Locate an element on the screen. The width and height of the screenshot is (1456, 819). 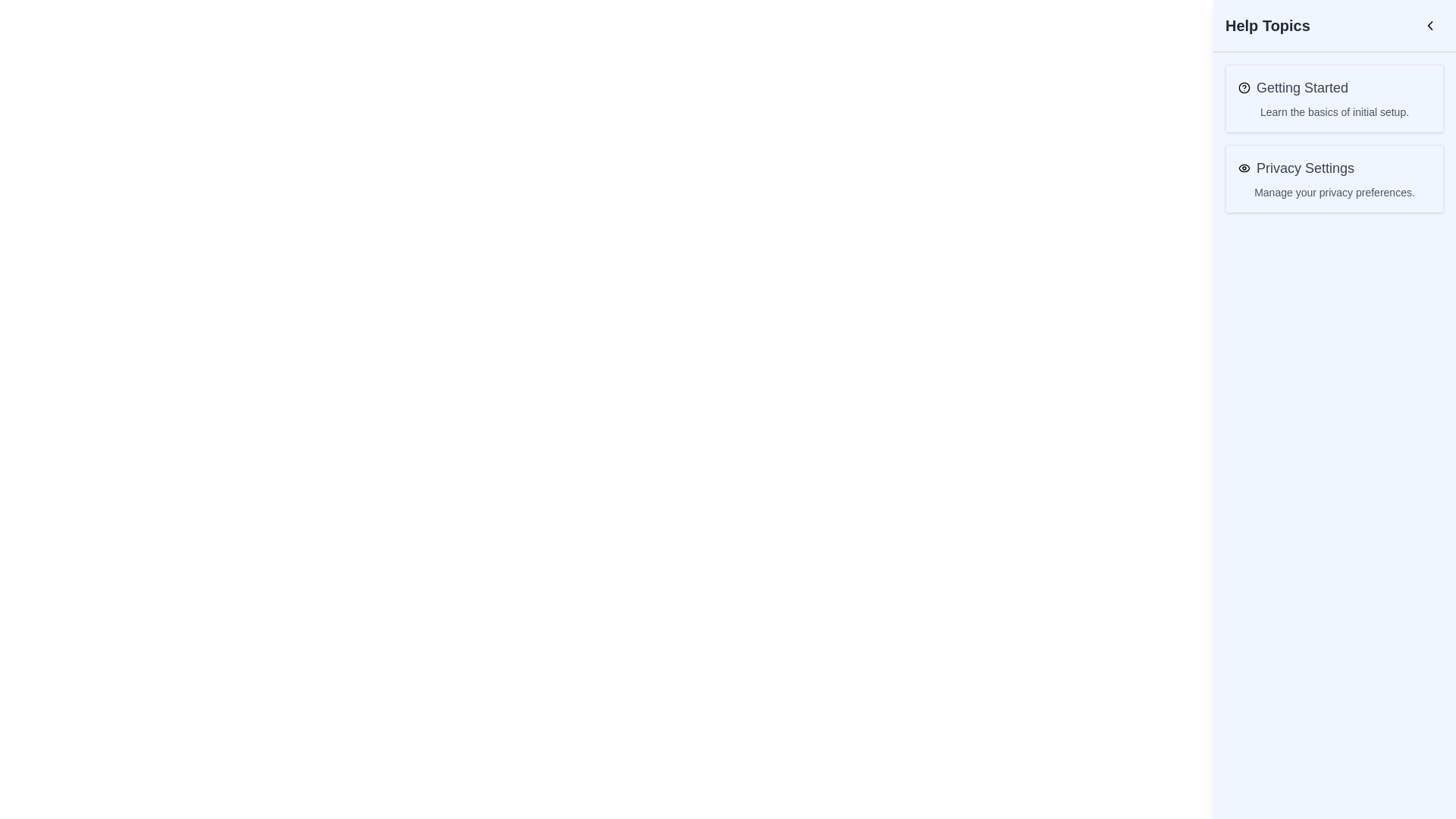
the Informative block located under the 'Help Topics' section is located at coordinates (1335, 99).